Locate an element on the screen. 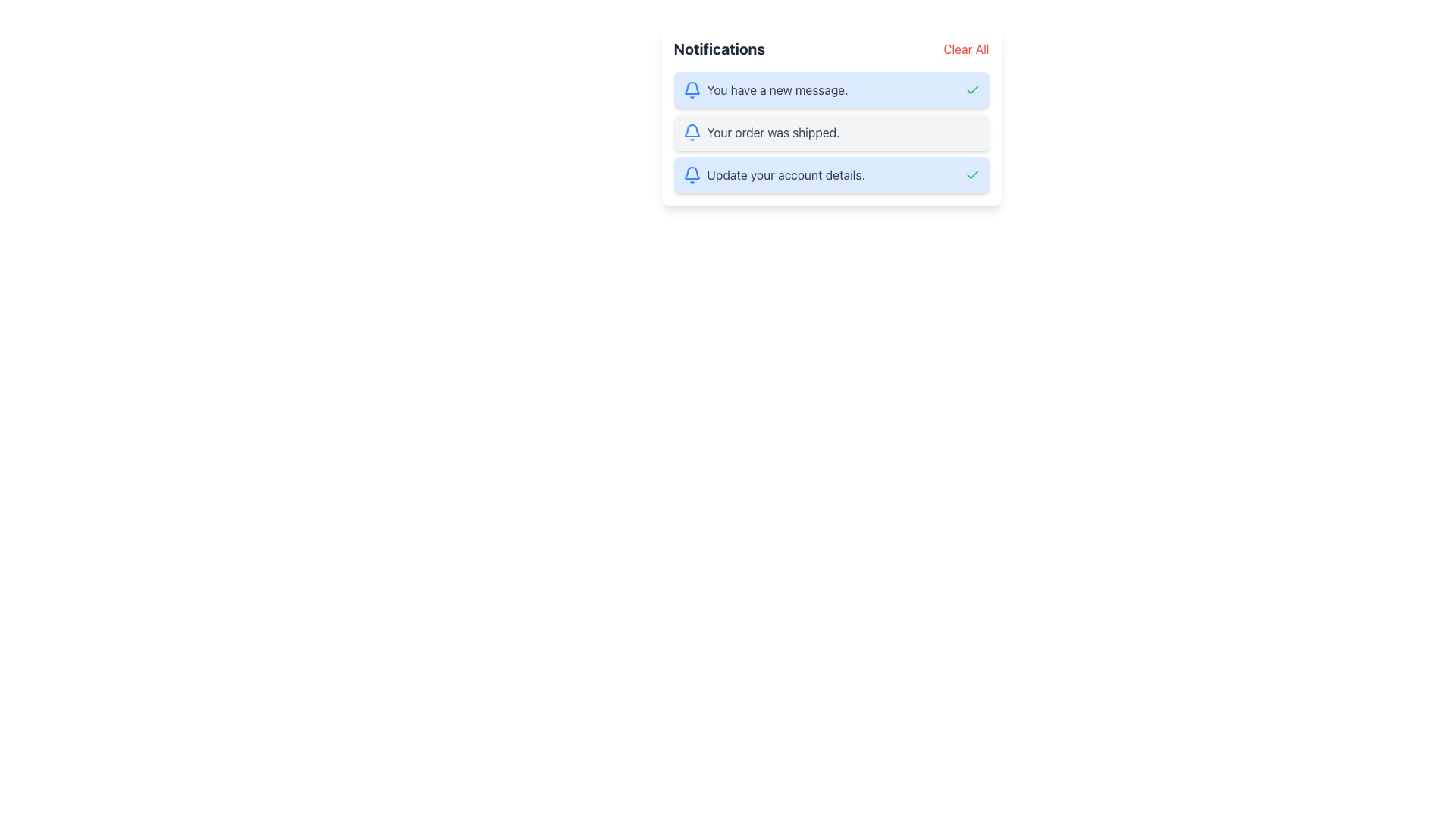 This screenshot has width=1456, height=819. the bell icon that serves as a notification indicator, positioned to the left of the text 'Update your account details.' within the notification card is located at coordinates (691, 174).